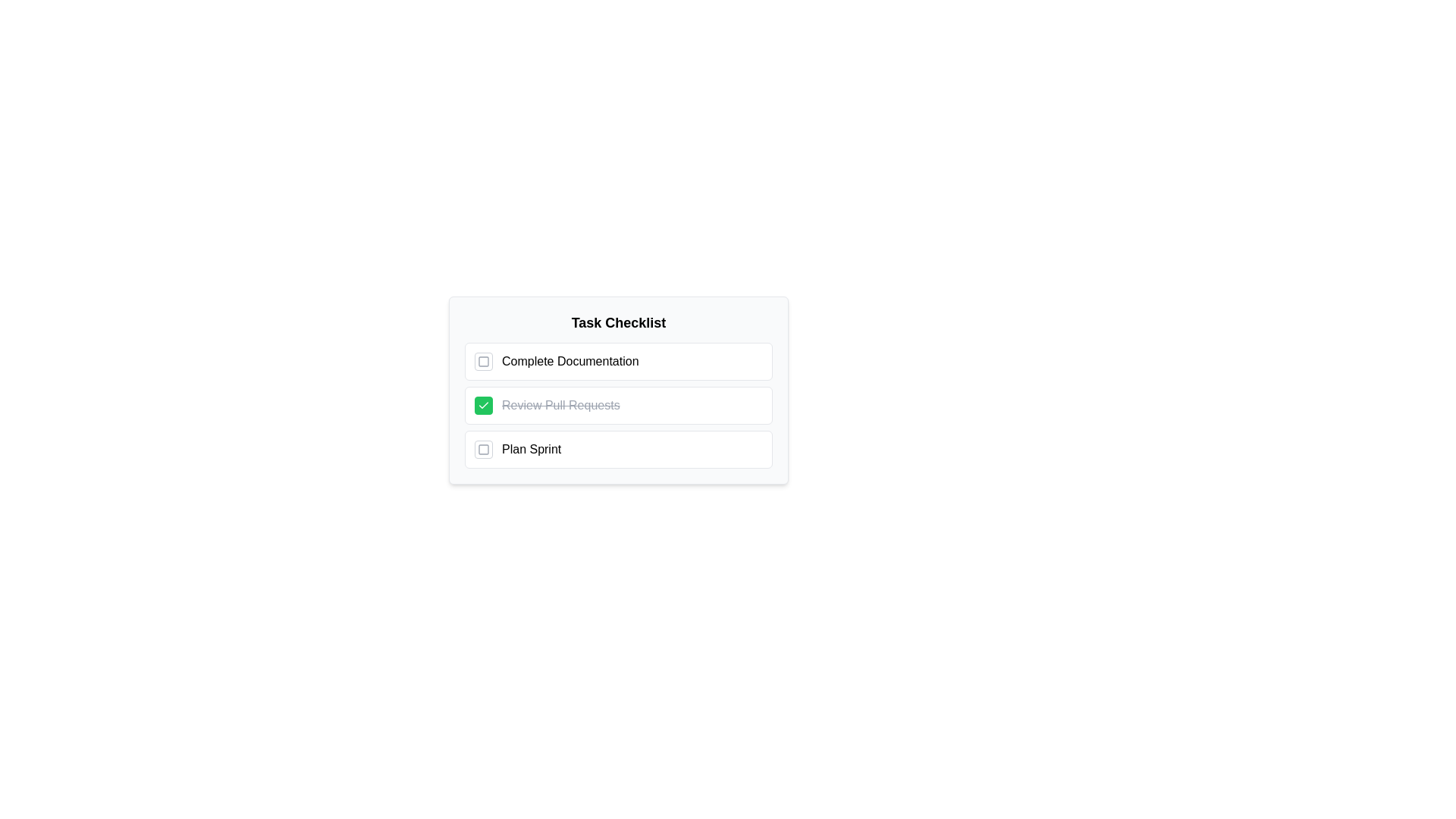 The image size is (1456, 819). Describe the element at coordinates (483, 362) in the screenshot. I see `the checkbox beside the 'Complete Documentation' text item in the checklist to mark it as selected` at that location.